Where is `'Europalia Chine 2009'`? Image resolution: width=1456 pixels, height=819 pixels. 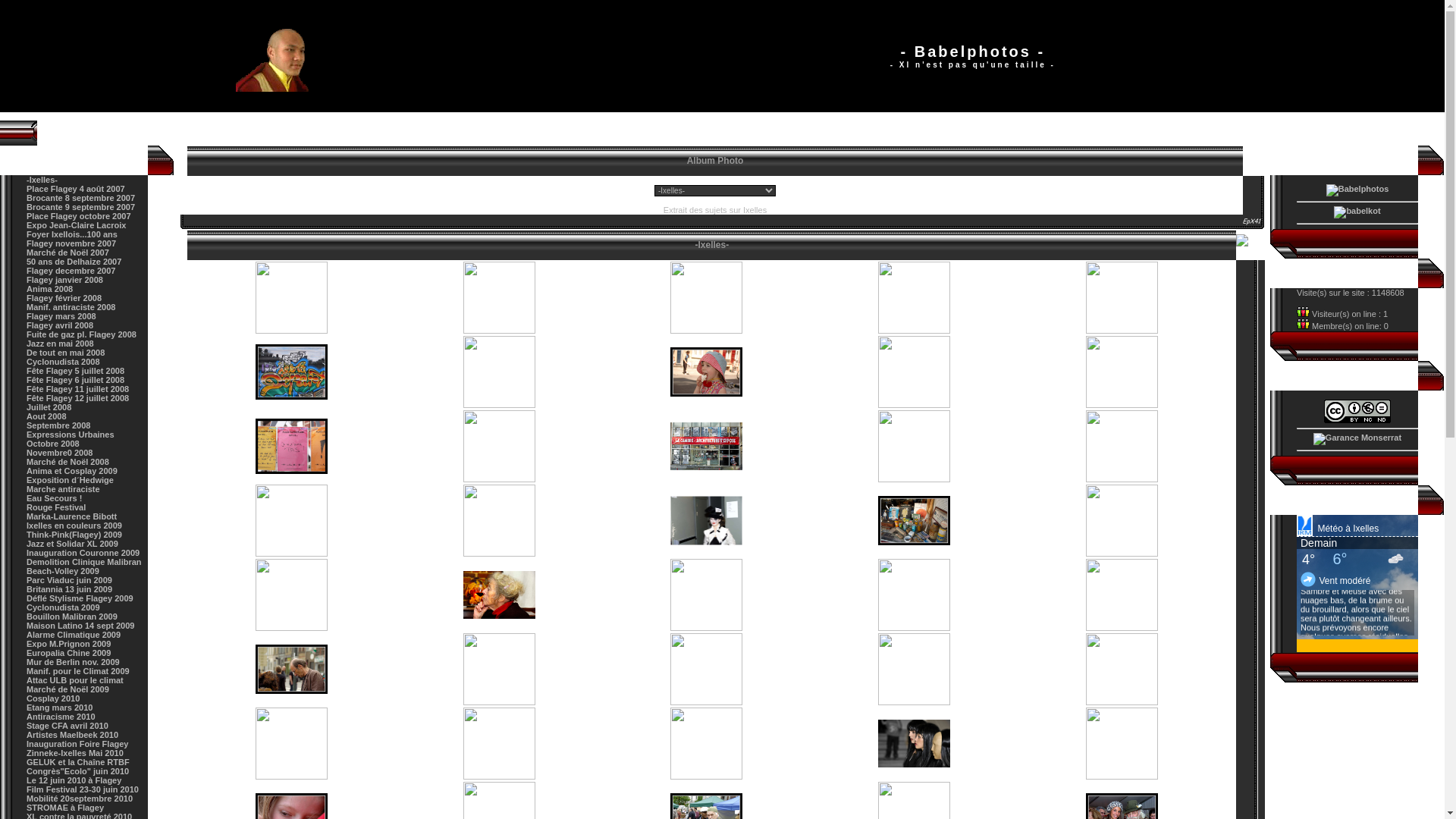
'Europalia Chine 2009' is located at coordinates (67, 651).